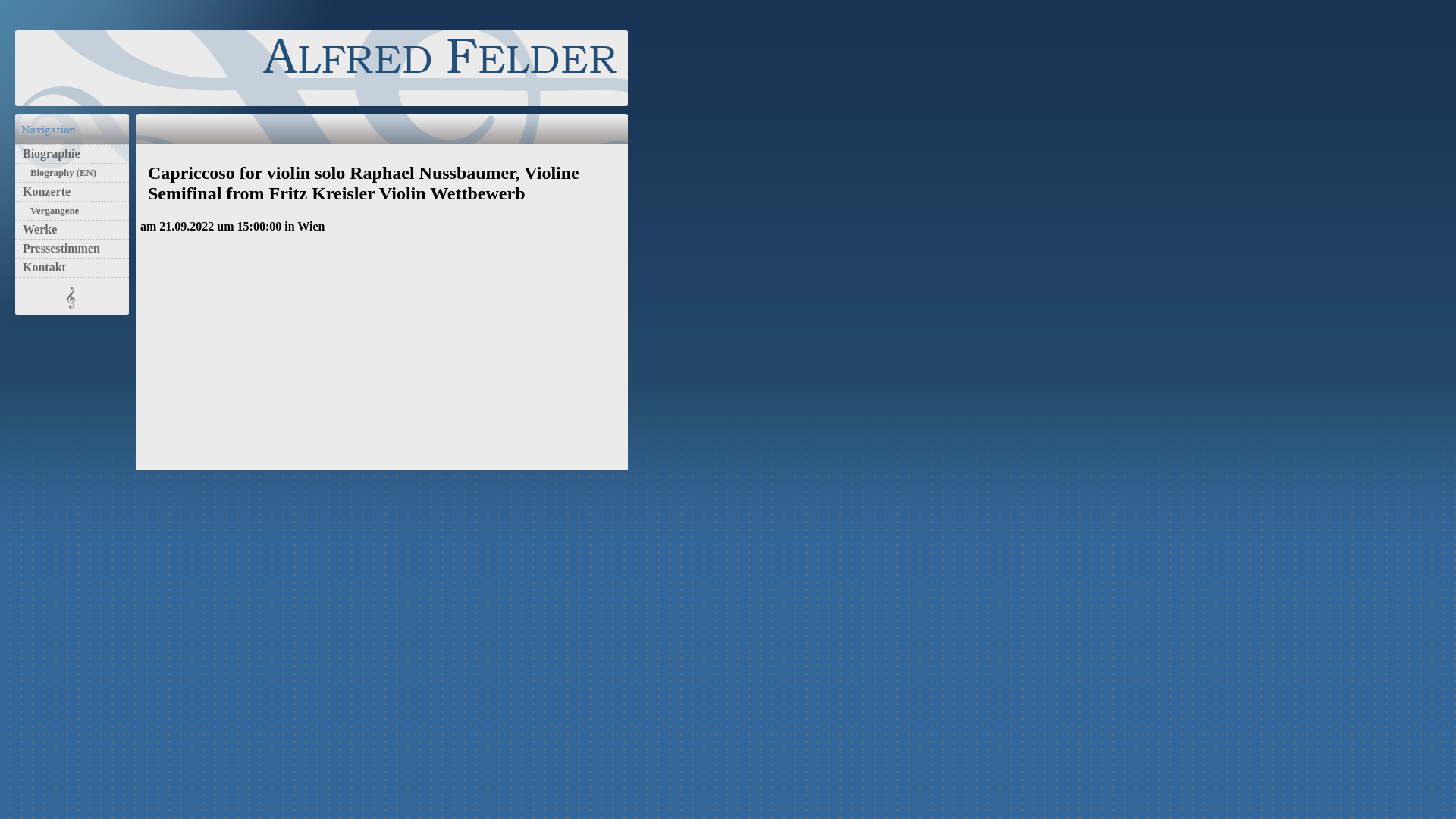 This screenshot has width=1456, height=819. What do you see at coordinates (47, 153) in the screenshot?
I see `'Biographie'` at bounding box center [47, 153].